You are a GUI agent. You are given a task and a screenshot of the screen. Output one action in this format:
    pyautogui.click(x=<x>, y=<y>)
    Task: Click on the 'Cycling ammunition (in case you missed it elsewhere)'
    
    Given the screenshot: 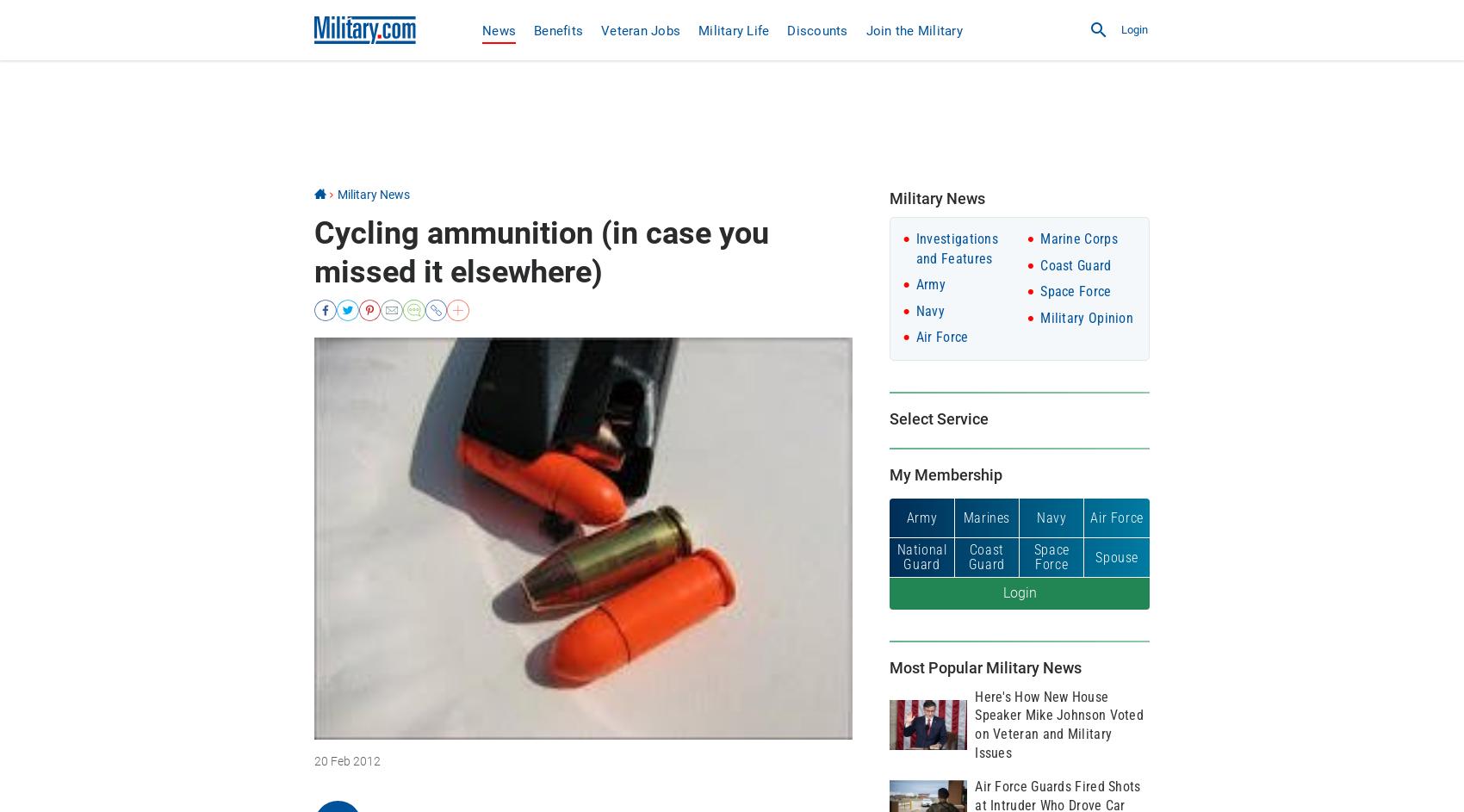 What is the action you would take?
    pyautogui.click(x=313, y=251)
    